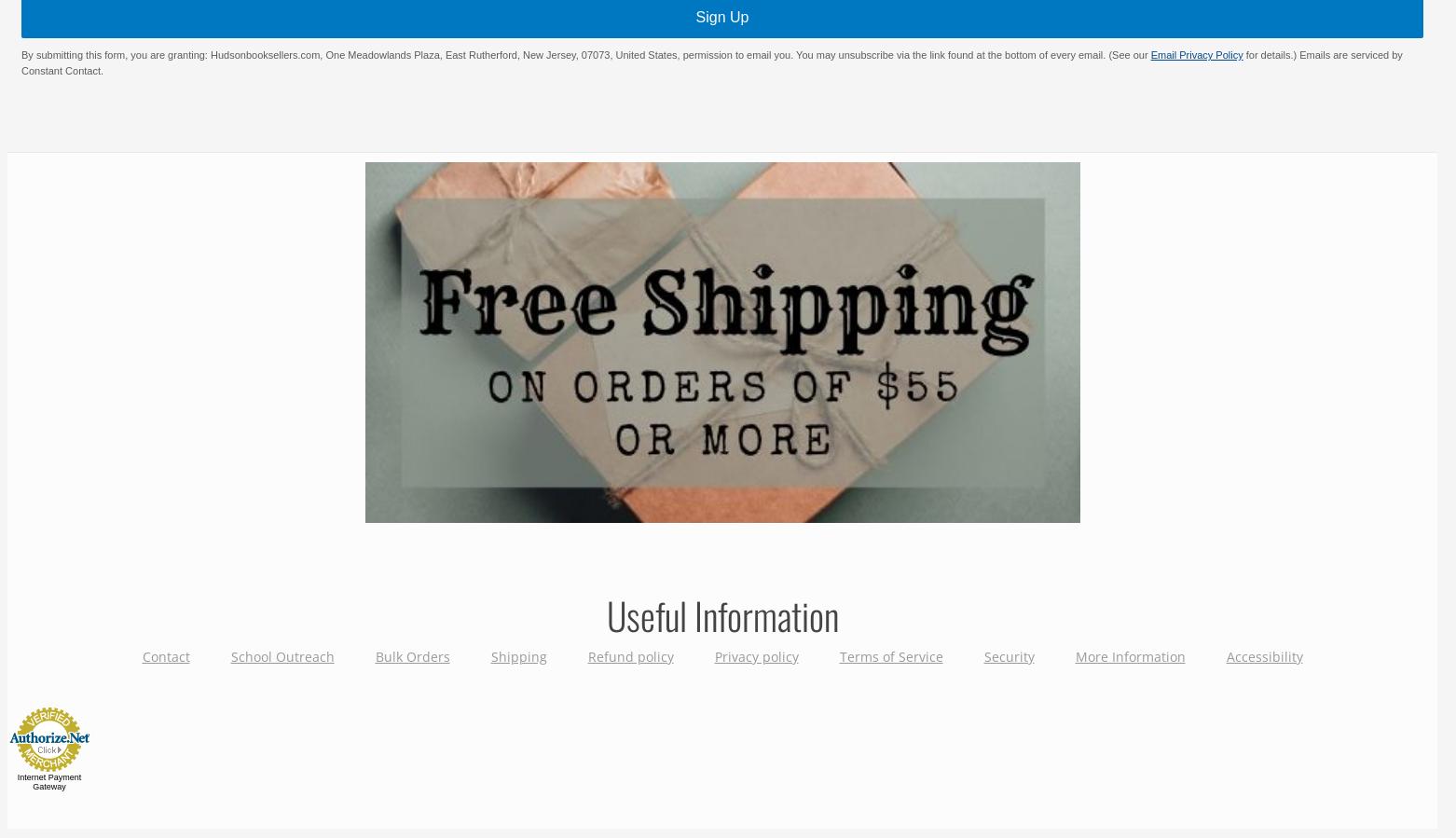 Image resolution: width=1456 pixels, height=838 pixels. What do you see at coordinates (282, 654) in the screenshot?
I see `'School Outreach'` at bounding box center [282, 654].